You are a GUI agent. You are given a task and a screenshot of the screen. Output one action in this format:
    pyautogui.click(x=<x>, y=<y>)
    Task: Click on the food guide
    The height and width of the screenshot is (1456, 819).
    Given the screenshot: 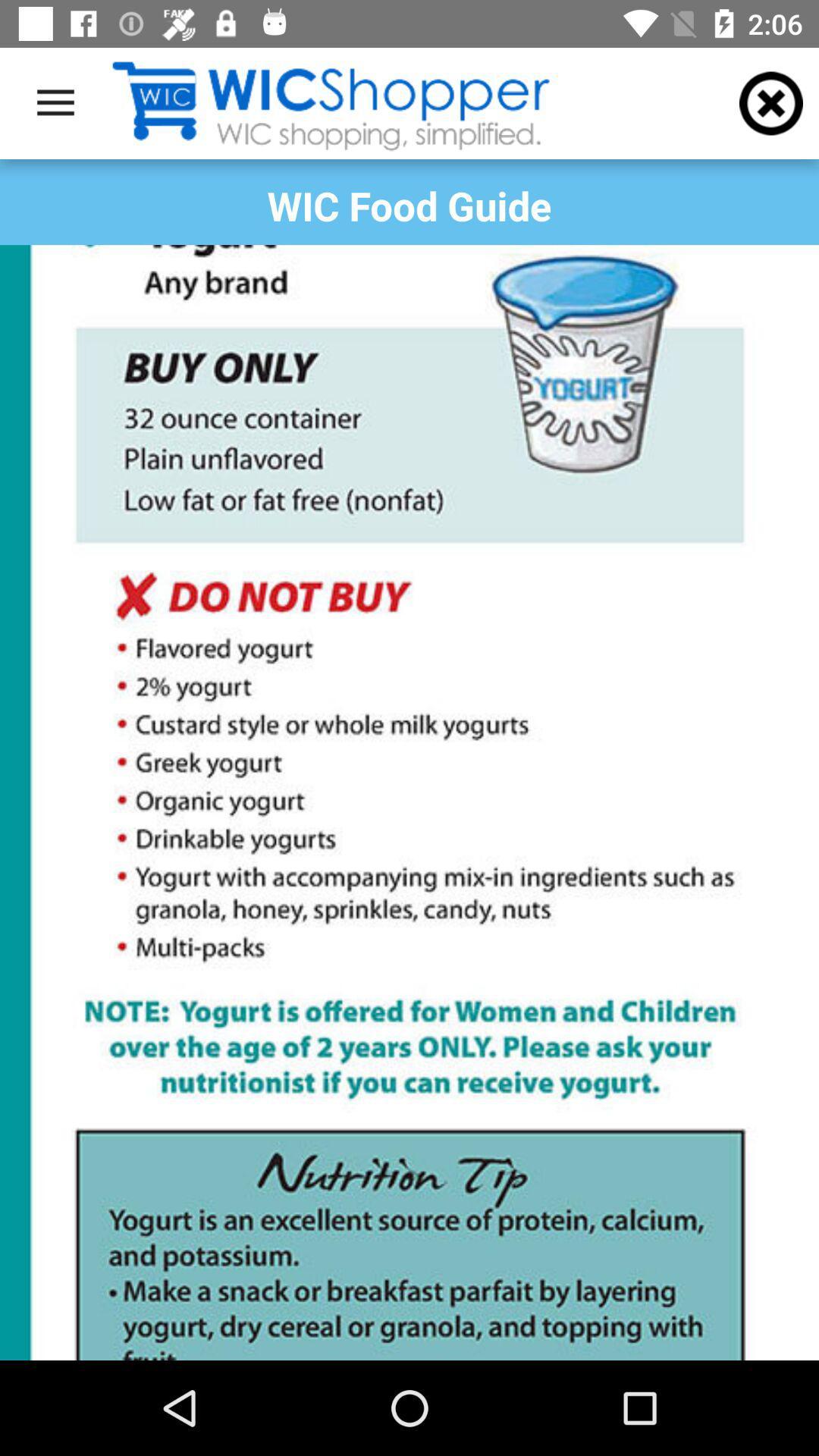 What is the action you would take?
    pyautogui.click(x=409, y=802)
    